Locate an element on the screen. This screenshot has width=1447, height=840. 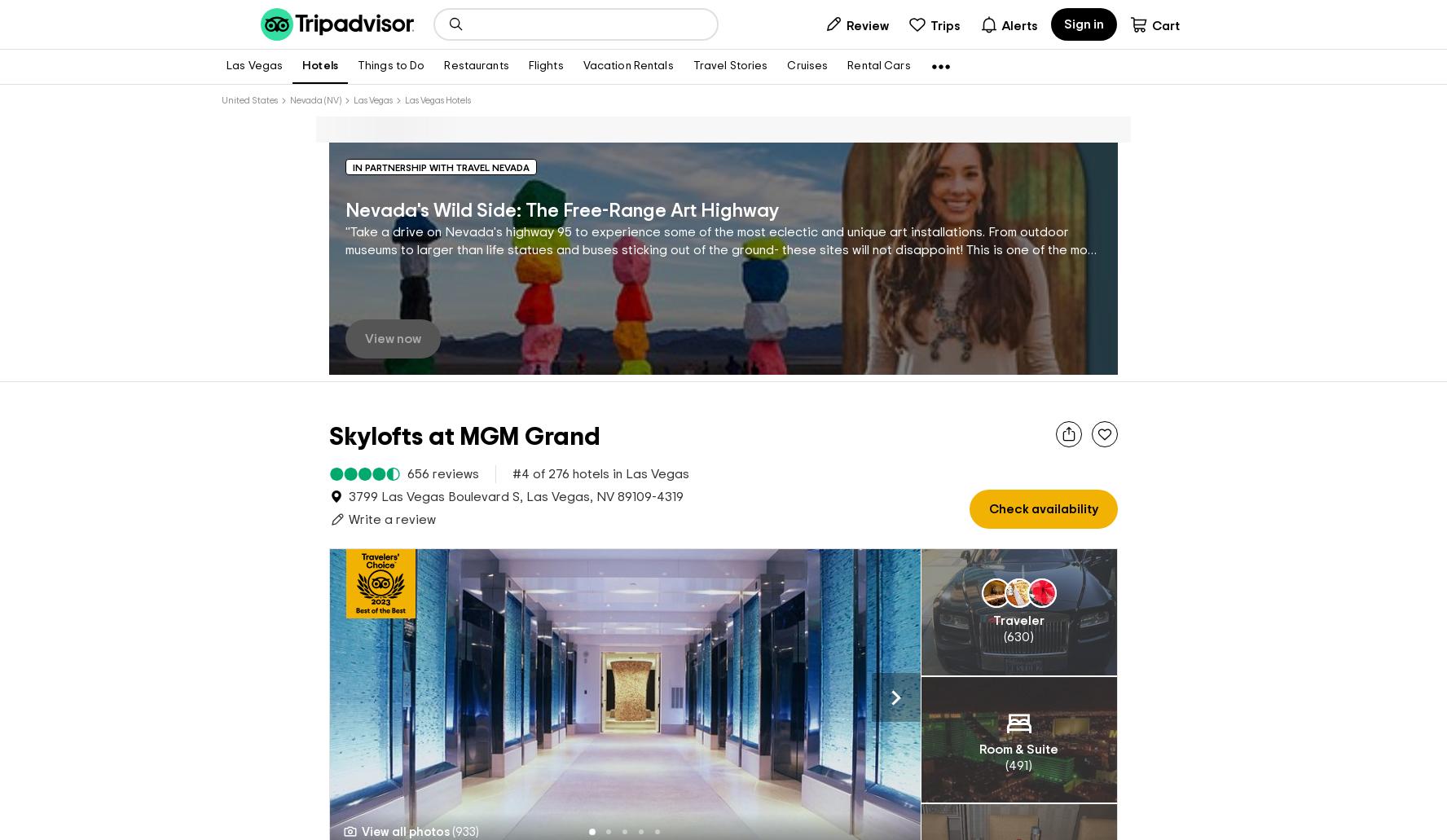
'656' is located at coordinates (417, 447).